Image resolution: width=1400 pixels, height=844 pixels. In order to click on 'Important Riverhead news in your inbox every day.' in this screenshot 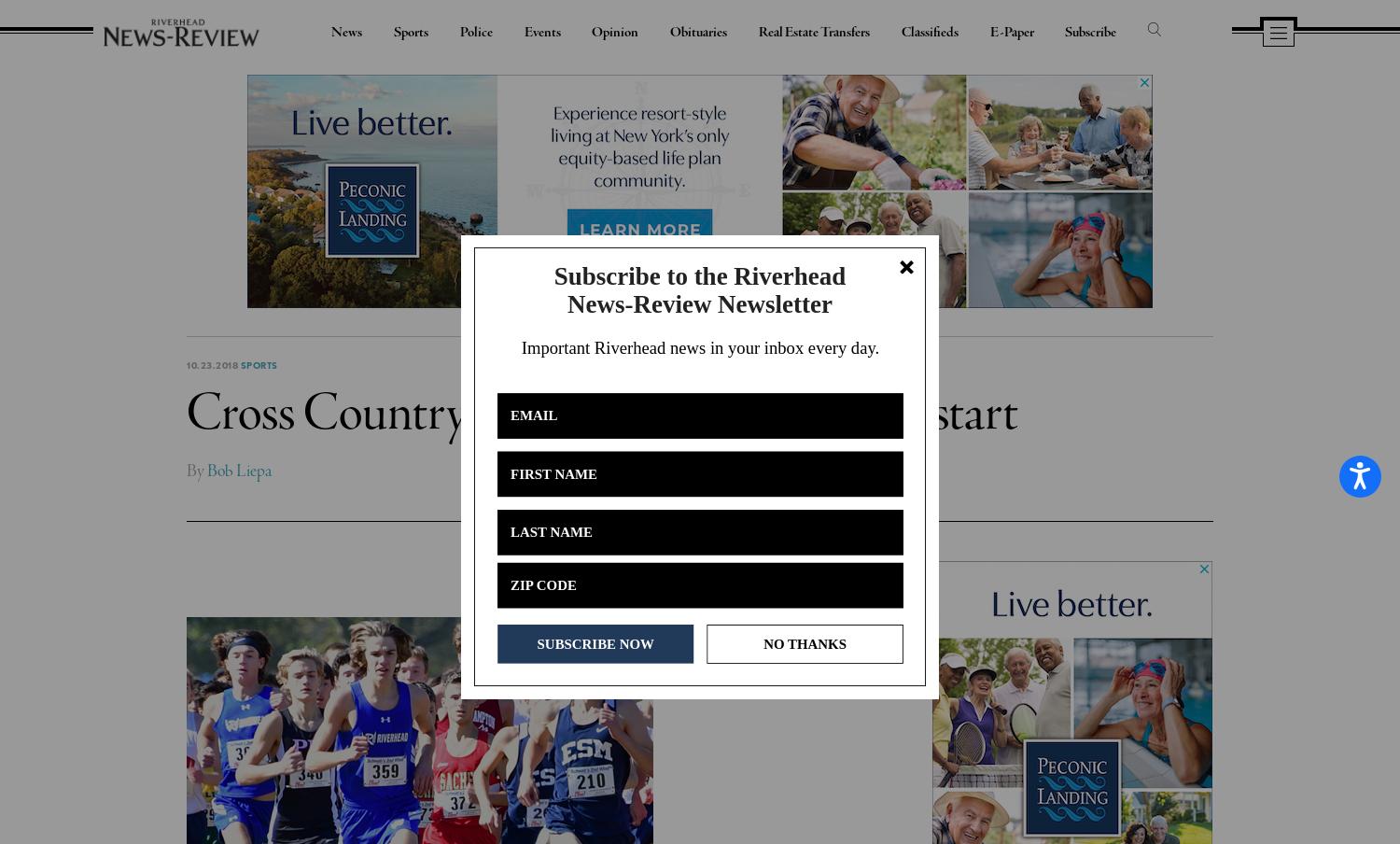, I will do `click(700, 345)`.